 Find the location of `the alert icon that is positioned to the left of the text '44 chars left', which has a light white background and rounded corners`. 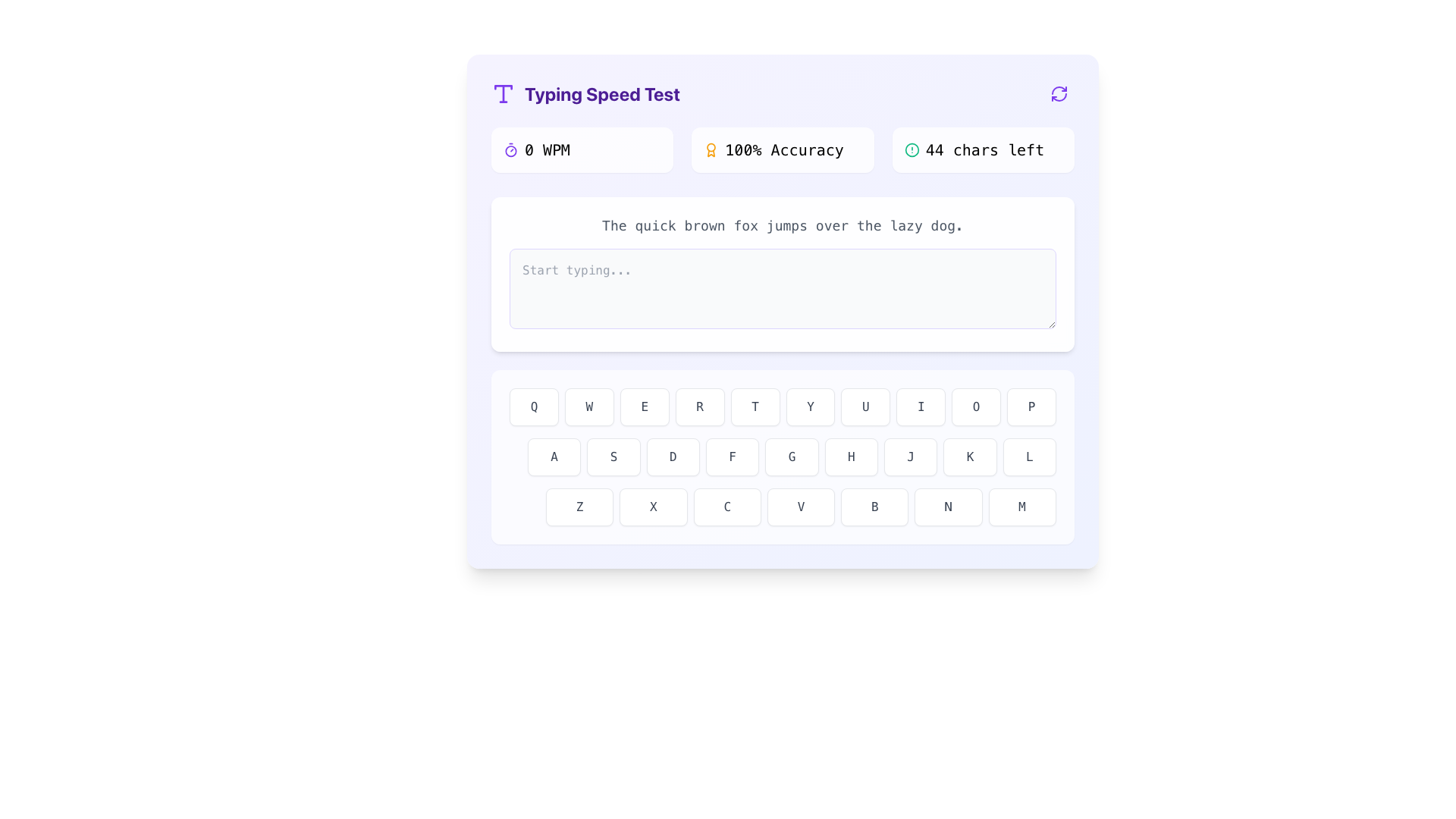

the alert icon that is positioned to the left of the text '44 chars left', which has a light white background and rounded corners is located at coordinates (911, 149).